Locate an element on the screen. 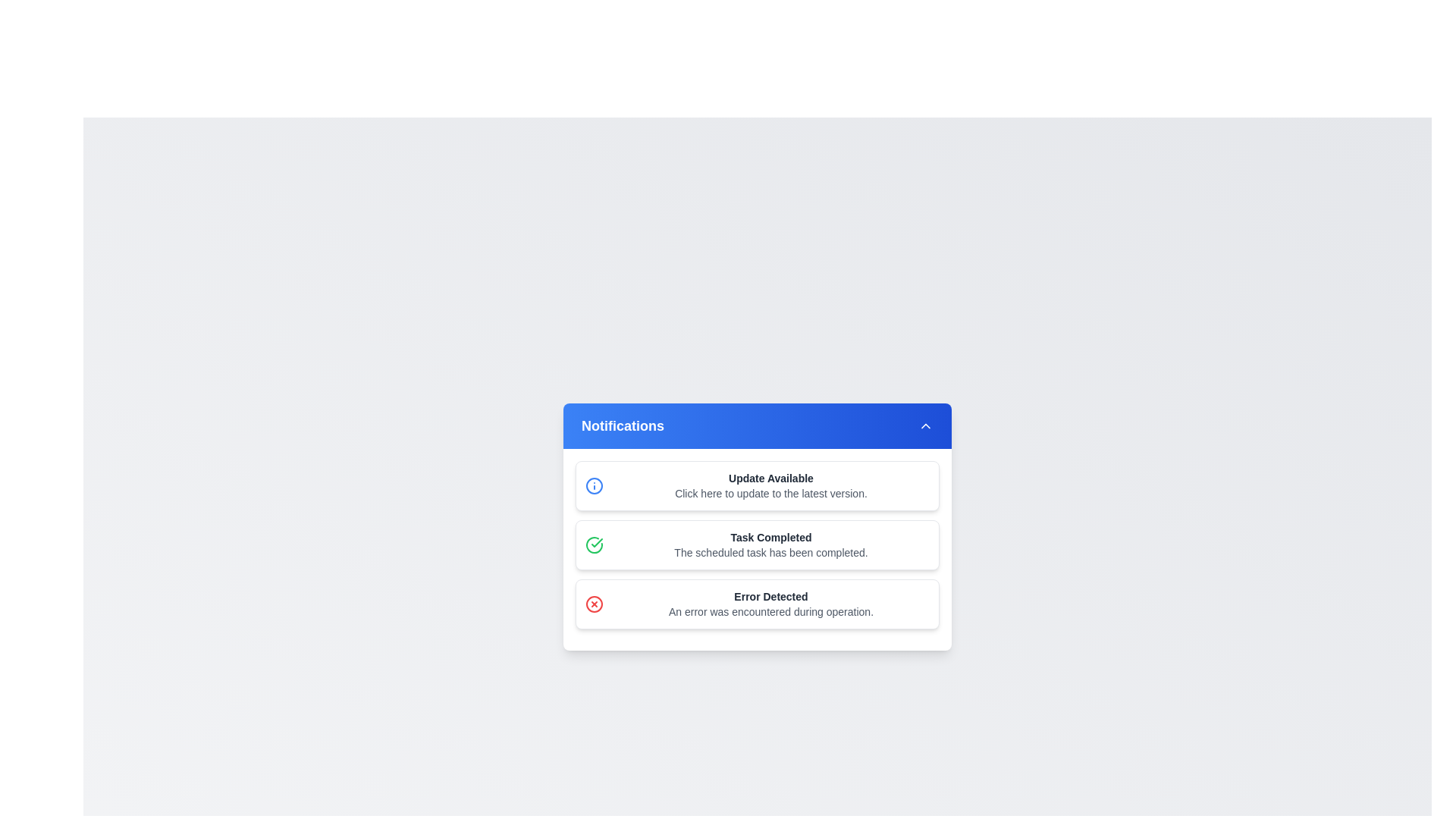 The image size is (1456, 819). the Text Label that provides contextual information for the 'Task Completed' notification, located directly below the headline text is located at coordinates (771, 553).